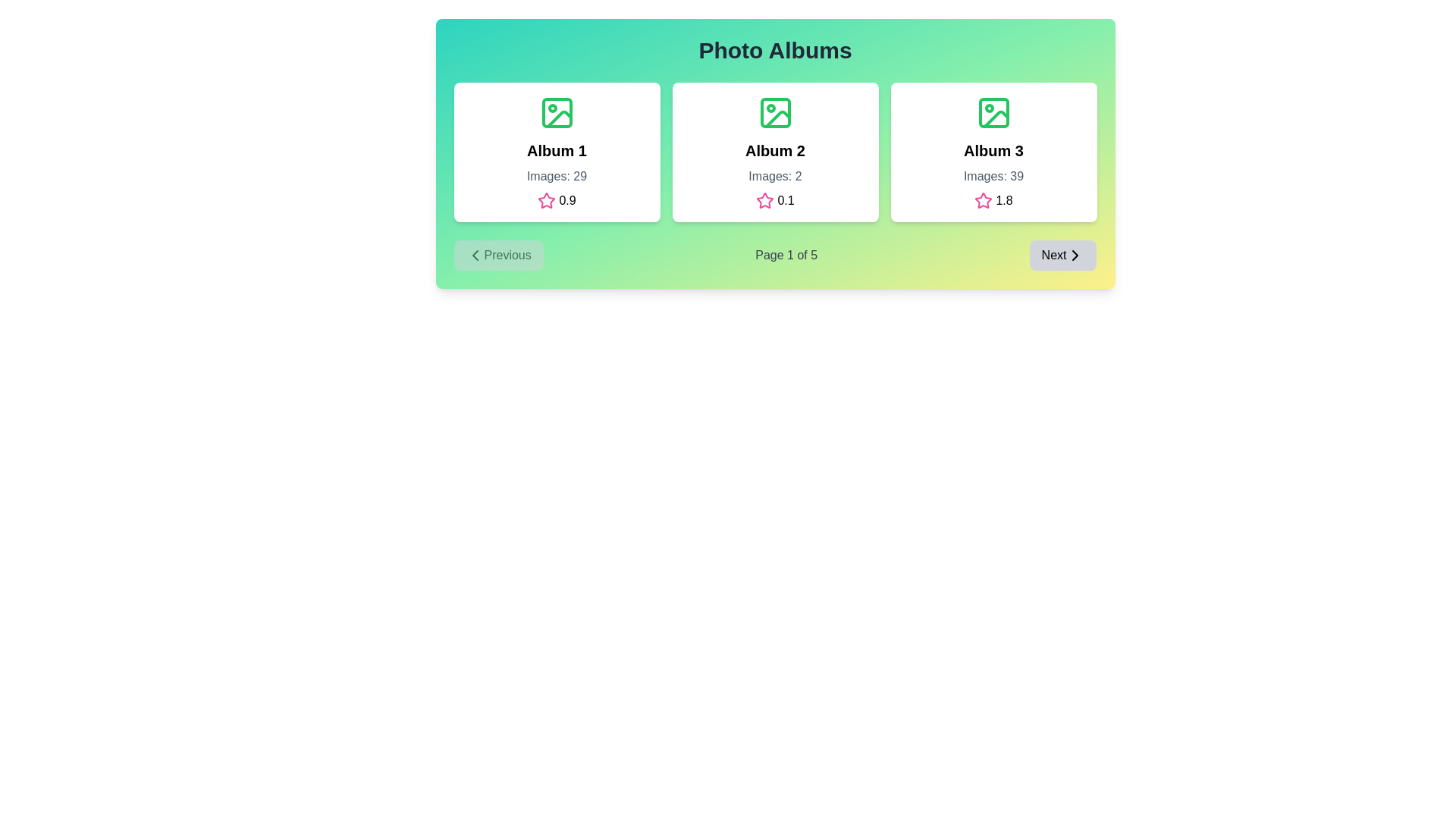 This screenshot has height=819, width=1456. I want to click on the green-colored photo icon with a landscape and sun, located at the top center of the 'Album 3' card, so click(993, 112).